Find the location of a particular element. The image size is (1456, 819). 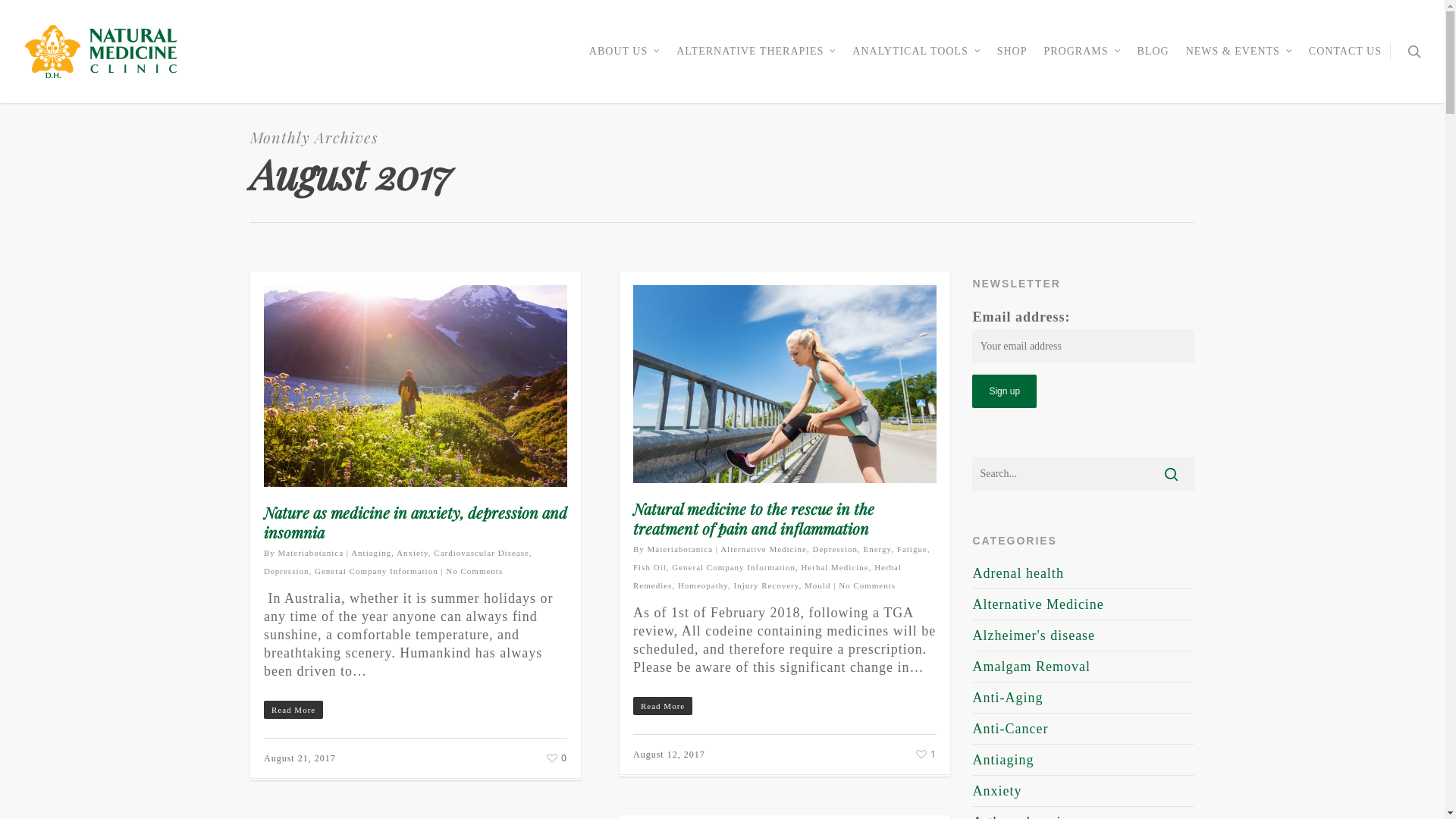

'SHOP' is located at coordinates (1012, 61).